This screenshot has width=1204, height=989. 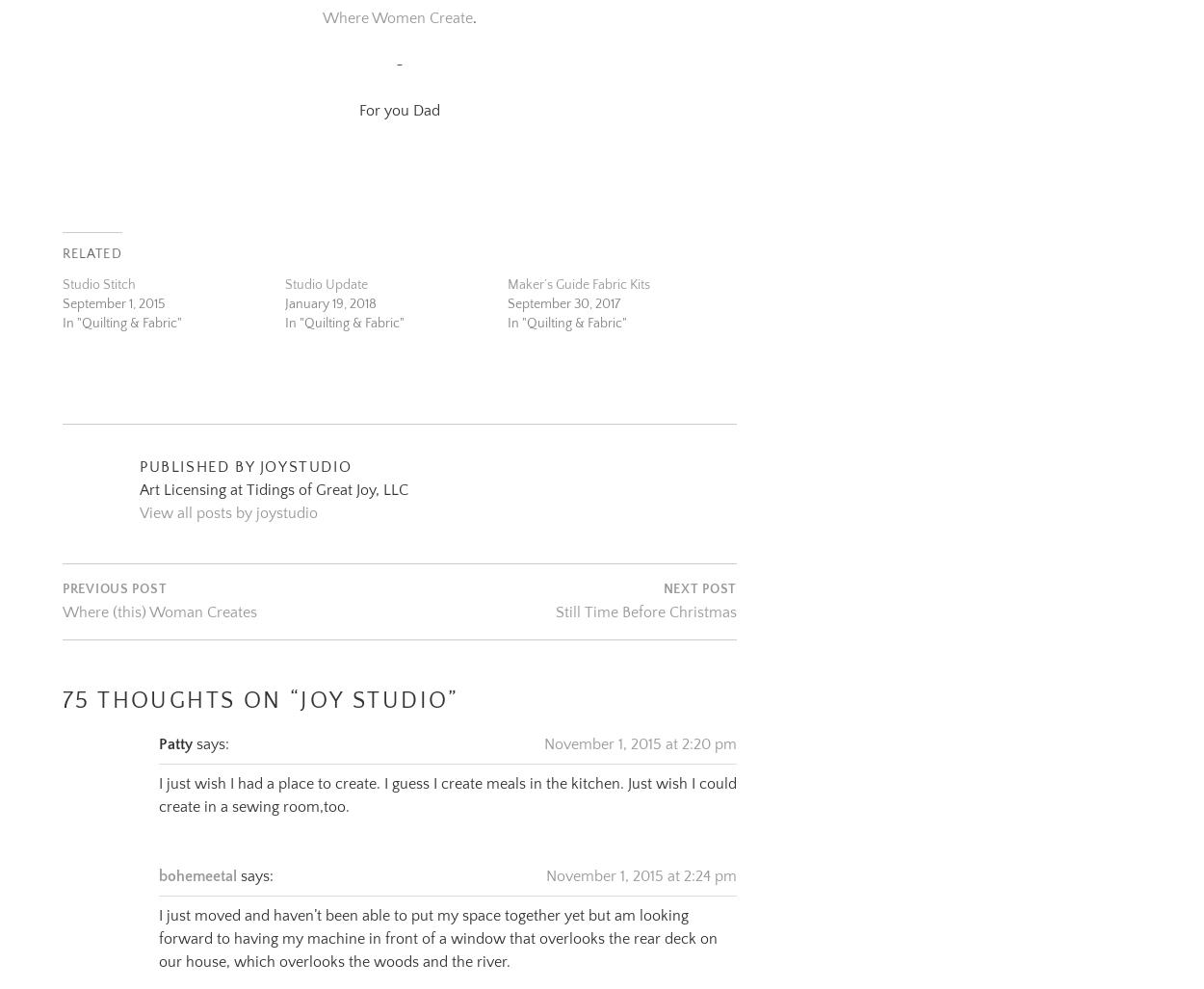 What do you see at coordinates (374, 676) in the screenshot?
I see `'Joy Studio'` at bounding box center [374, 676].